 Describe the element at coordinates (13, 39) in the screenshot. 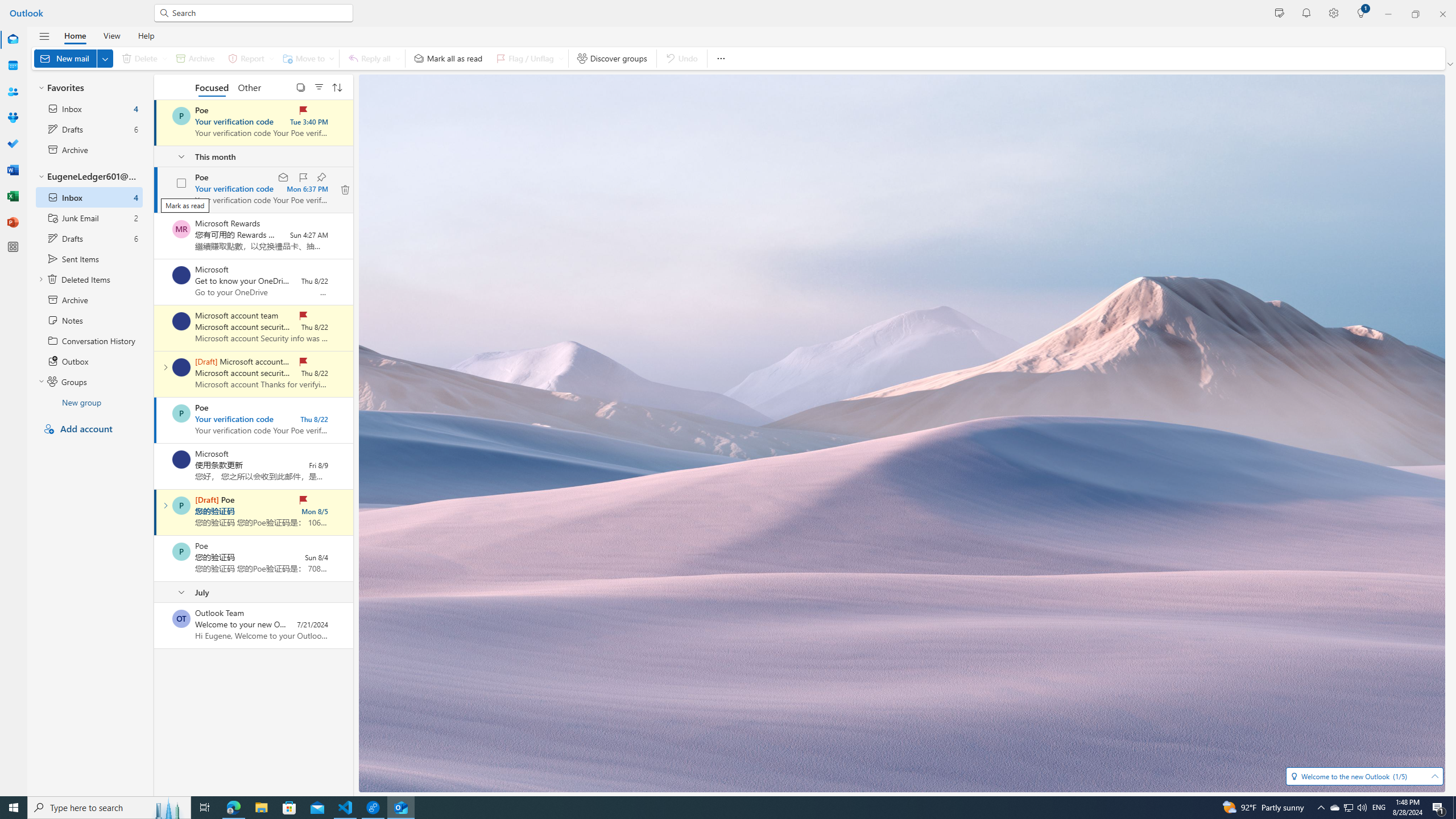

I see `'Mail'` at that location.